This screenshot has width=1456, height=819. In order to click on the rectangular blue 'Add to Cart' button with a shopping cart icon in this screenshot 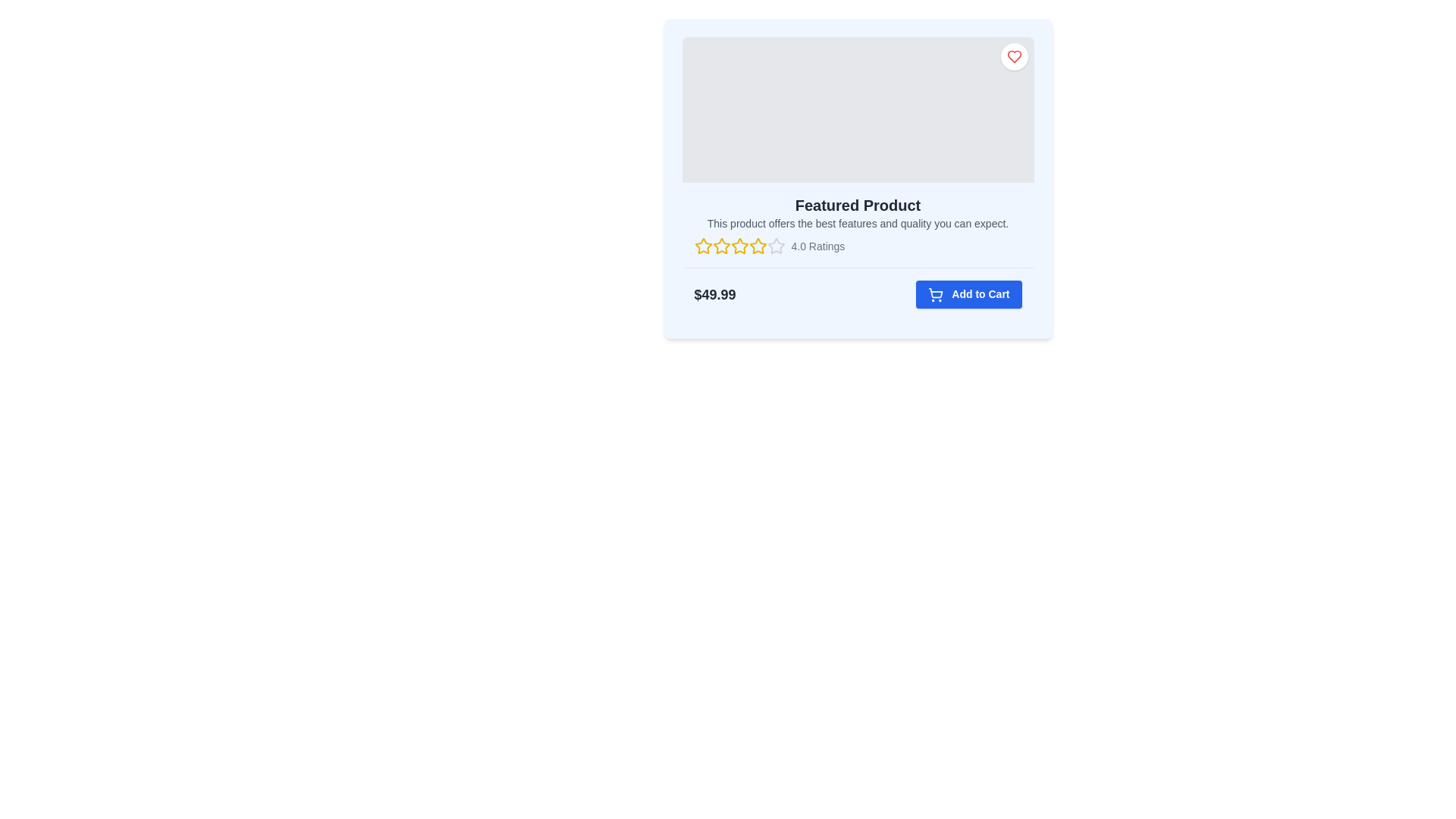, I will do `click(968, 294)`.